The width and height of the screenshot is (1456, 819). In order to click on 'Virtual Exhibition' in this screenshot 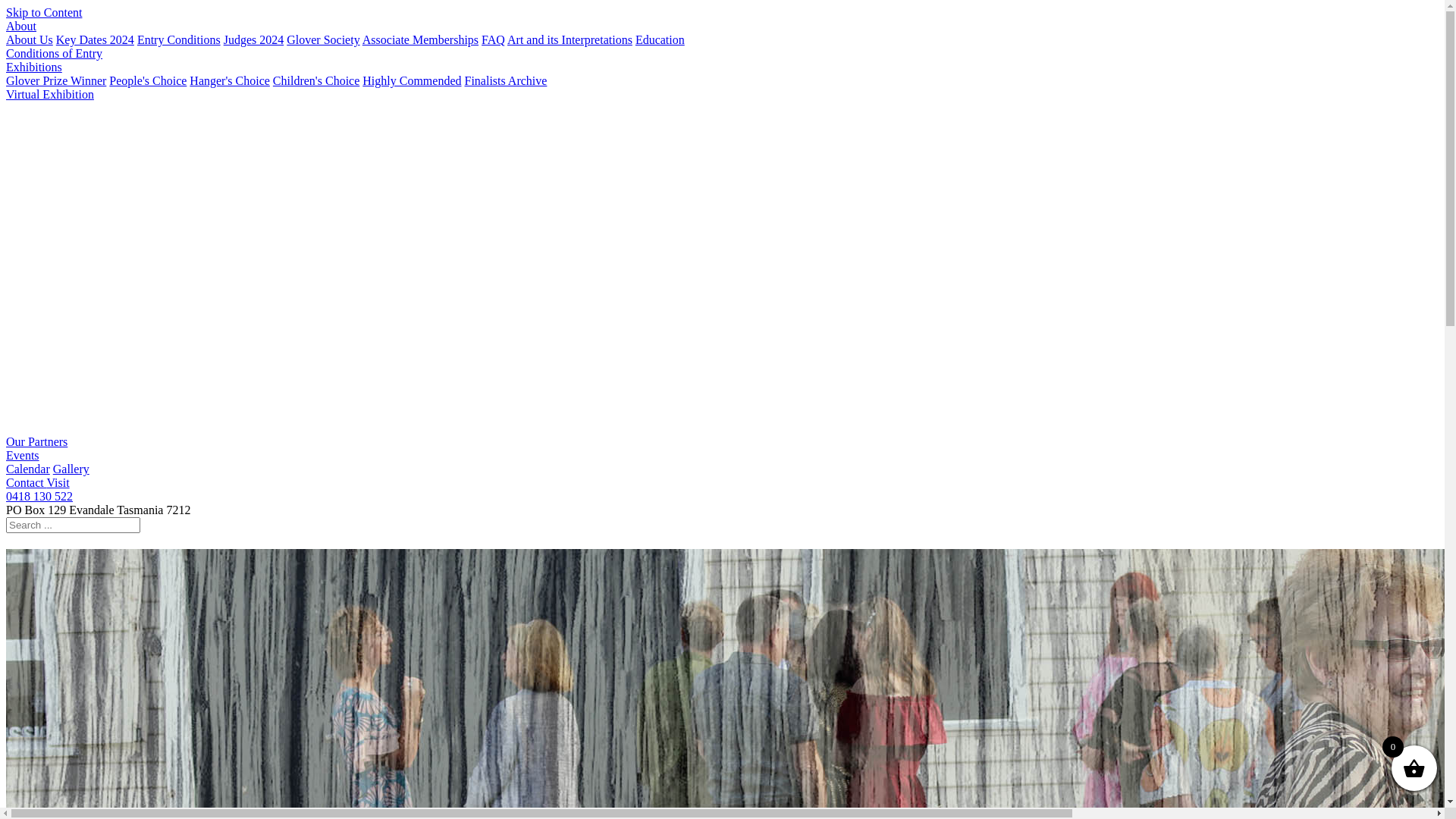, I will do `click(50, 94)`.